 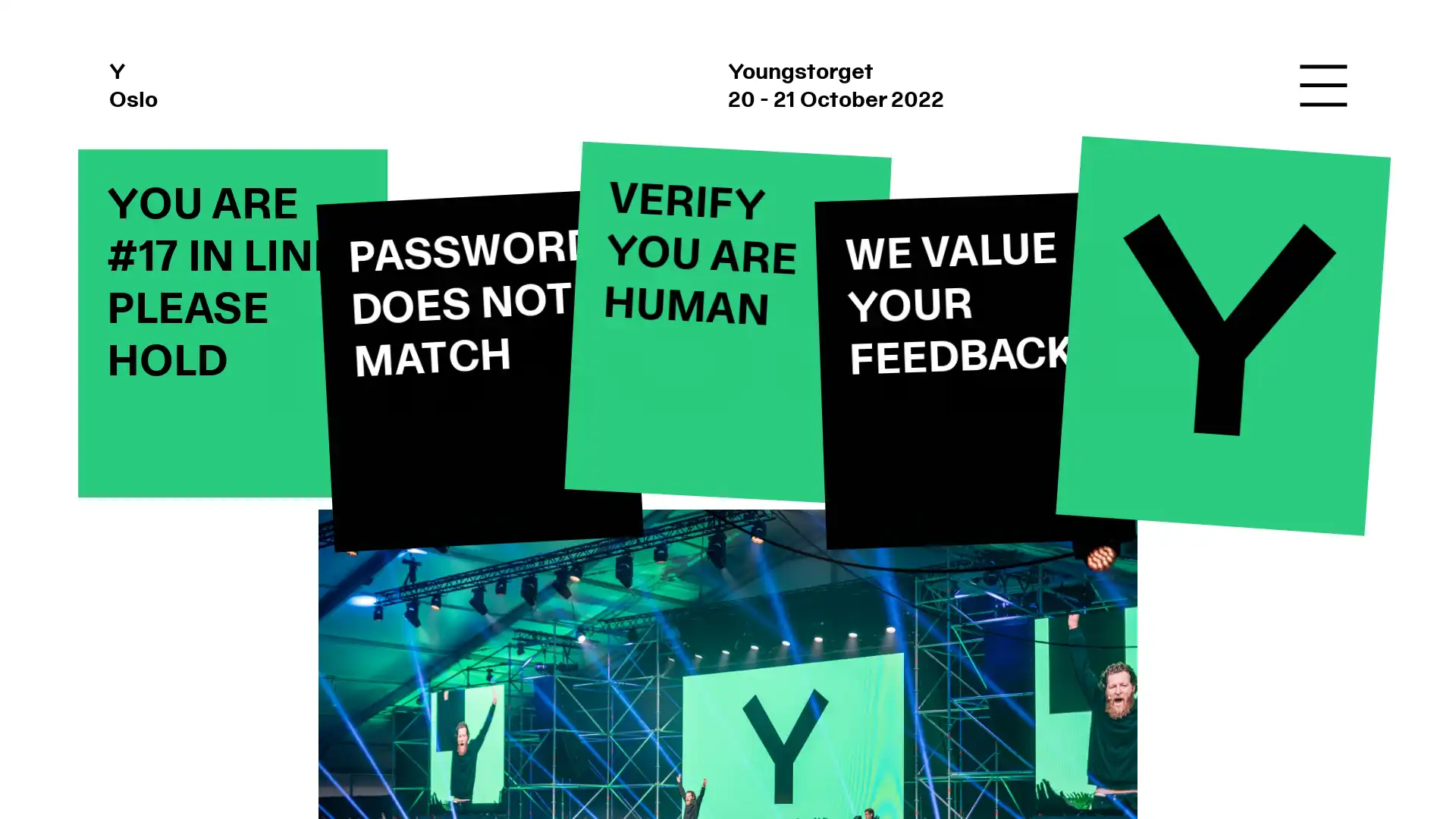 I want to click on PASSWORD DOES NOT MATCH, so click(x=479, y=370).